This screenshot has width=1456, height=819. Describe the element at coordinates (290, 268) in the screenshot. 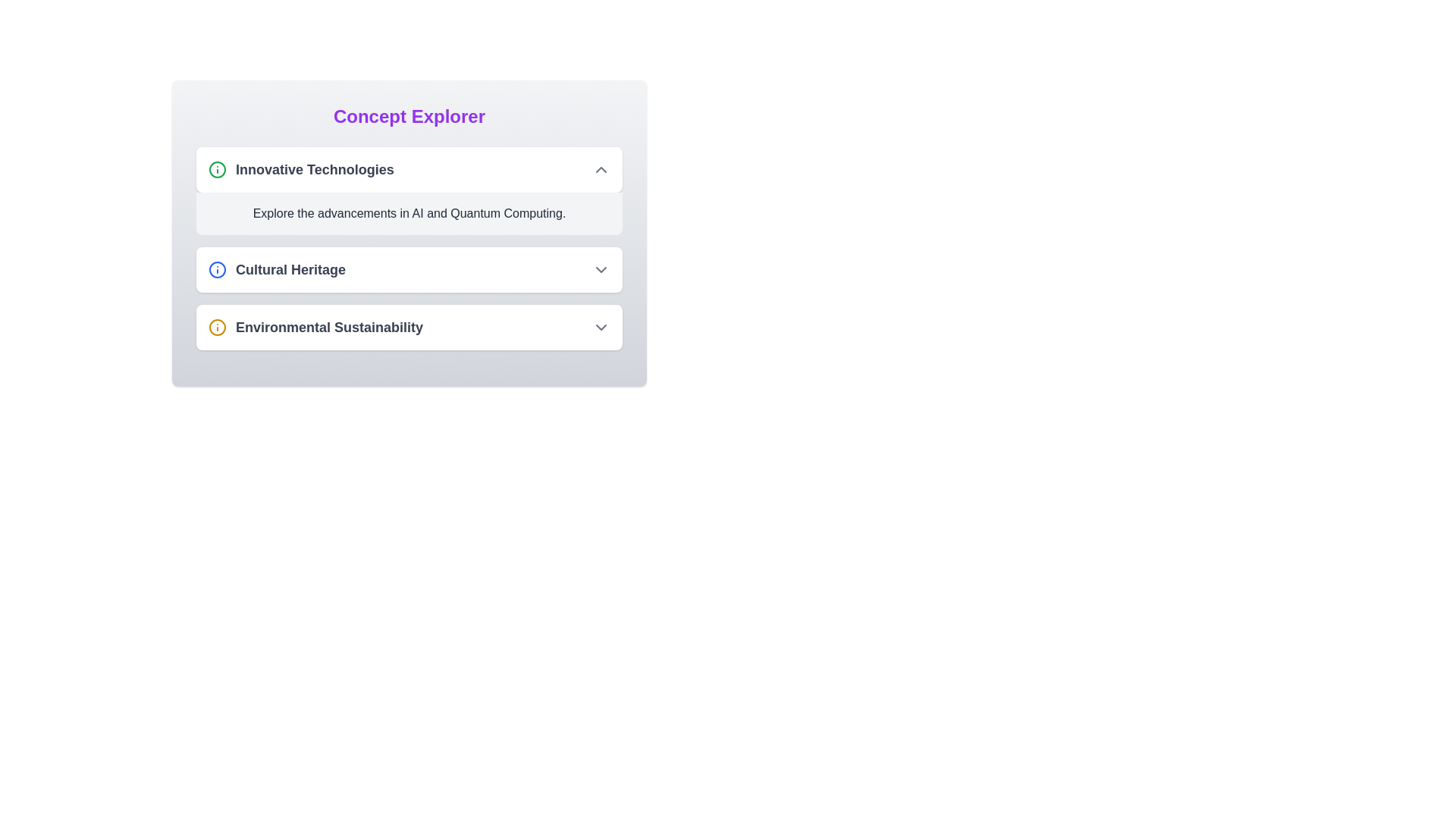

I see `the 'Cultural Heritage' text label styled in gray, located within the Concept Explorer section next to the information icon` at that location.